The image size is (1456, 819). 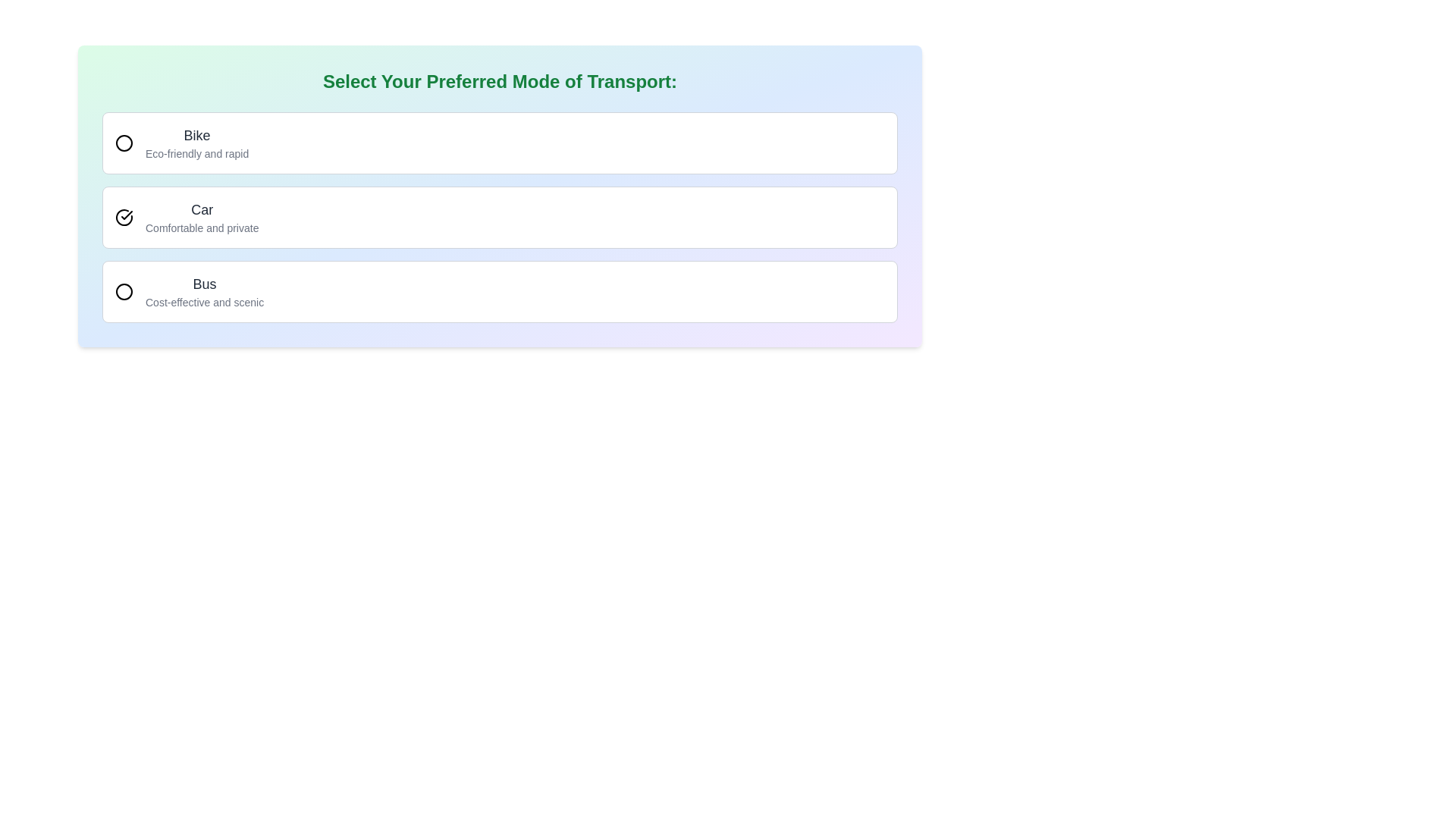 I want to click on the static text element labeled 'Bike', which serves as a title for a transport option in the list, so click(x=196, y=134).